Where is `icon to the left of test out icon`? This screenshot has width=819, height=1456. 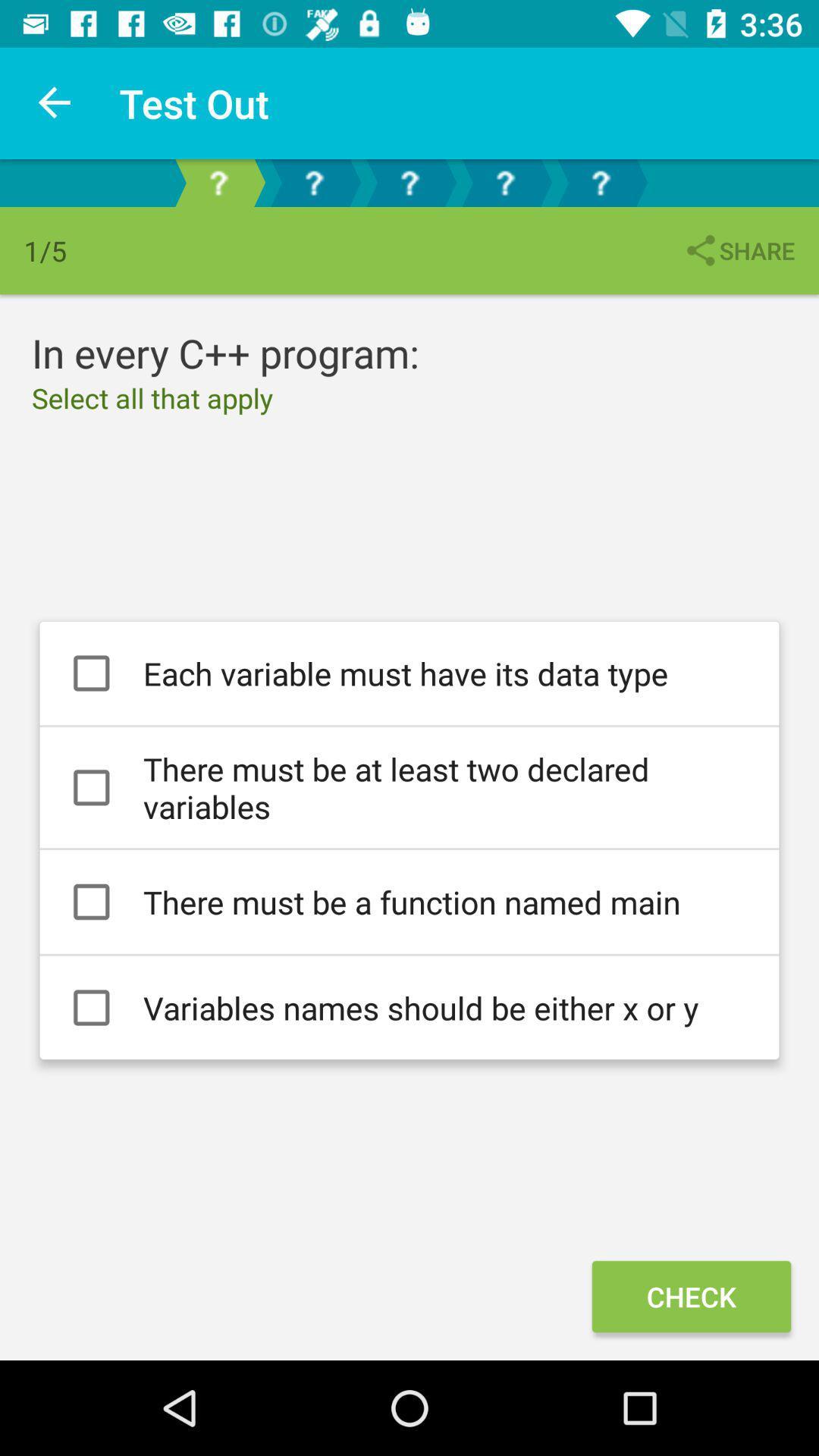 icon to the left of test out icon is located at coordinates (55, 102).